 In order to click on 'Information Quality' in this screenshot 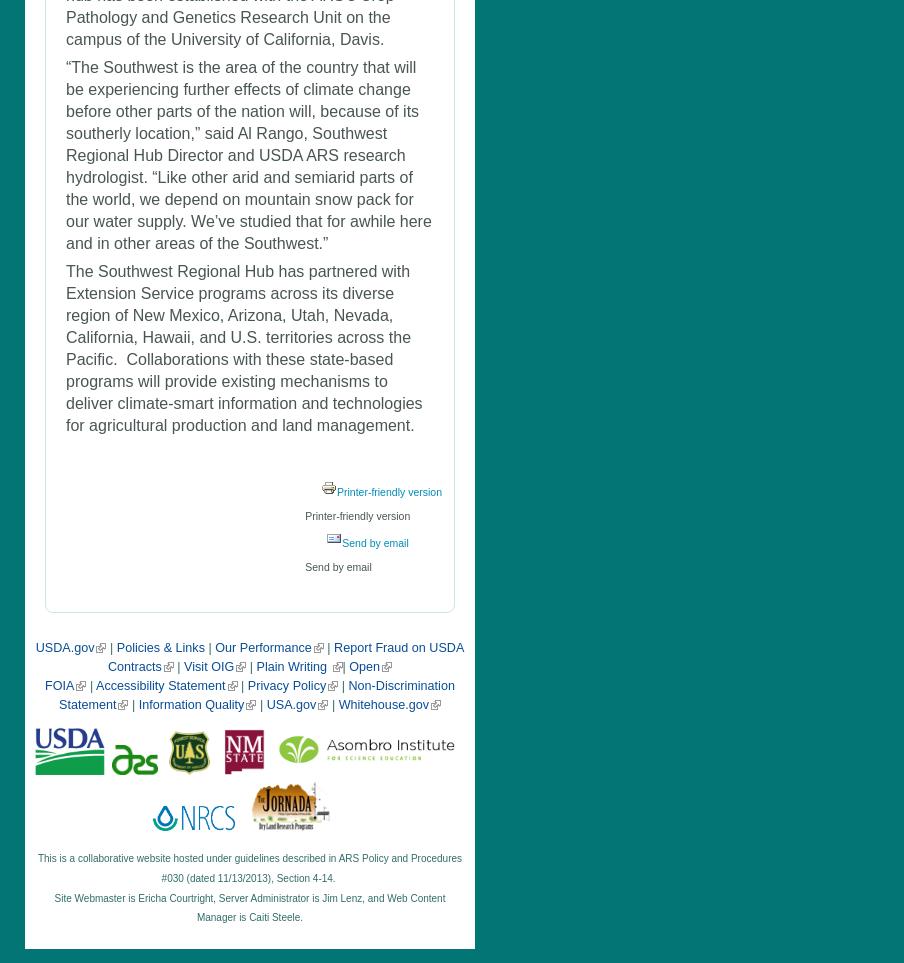, I will do `click(191, 704)`.